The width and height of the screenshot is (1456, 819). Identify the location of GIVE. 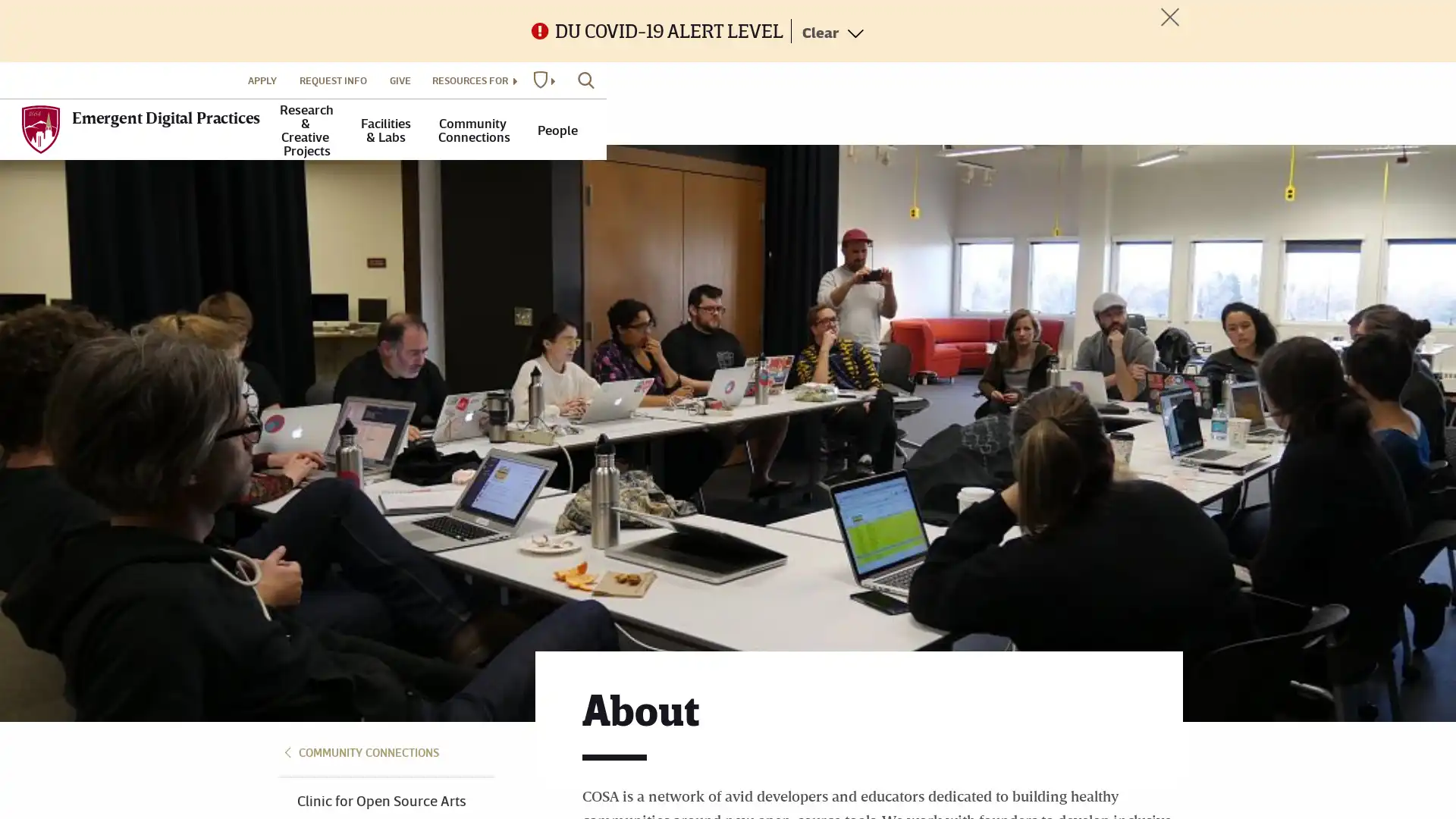
(976, 80).